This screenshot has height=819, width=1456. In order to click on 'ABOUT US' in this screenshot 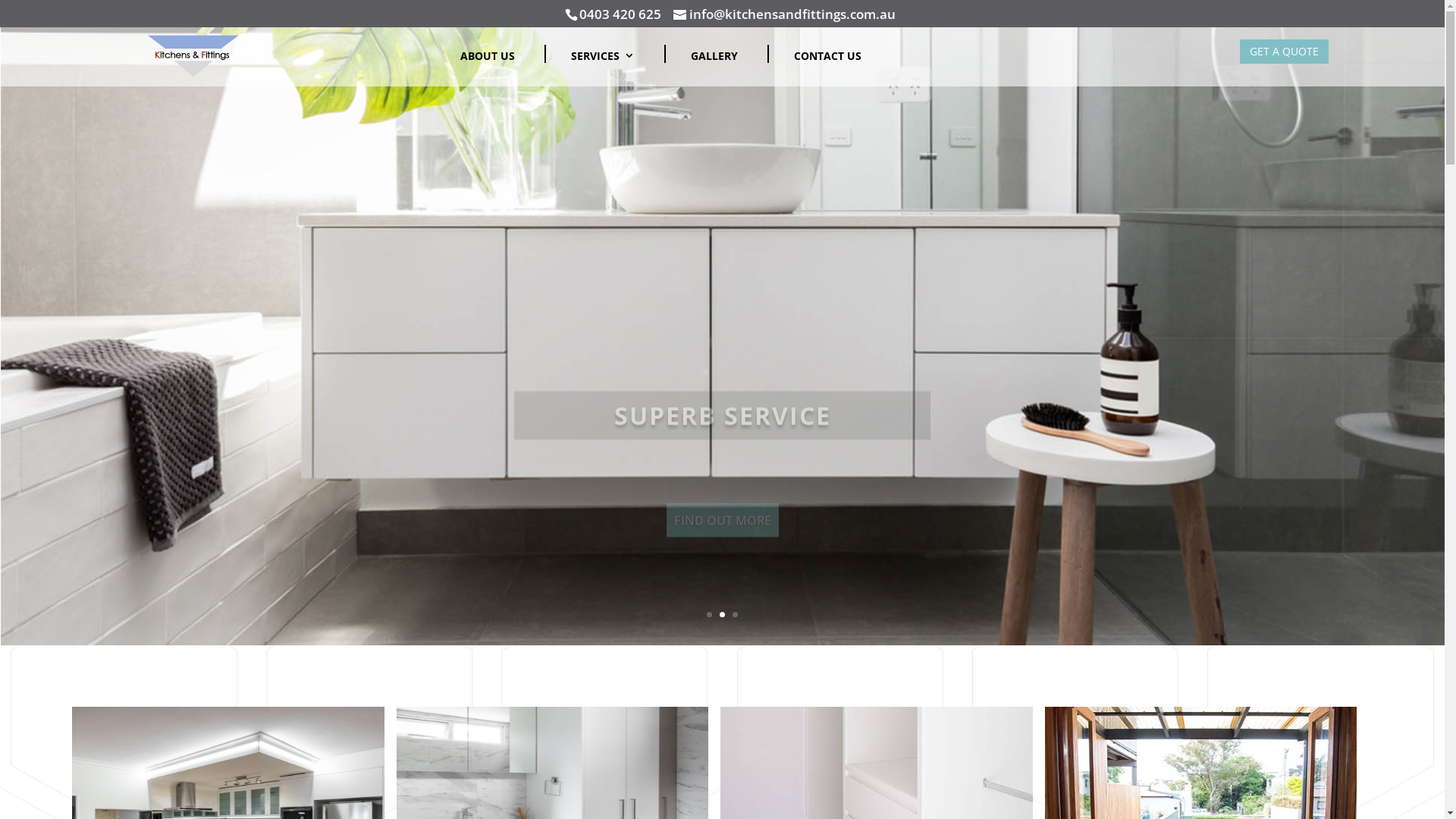, I will do `click(488, 67)`.